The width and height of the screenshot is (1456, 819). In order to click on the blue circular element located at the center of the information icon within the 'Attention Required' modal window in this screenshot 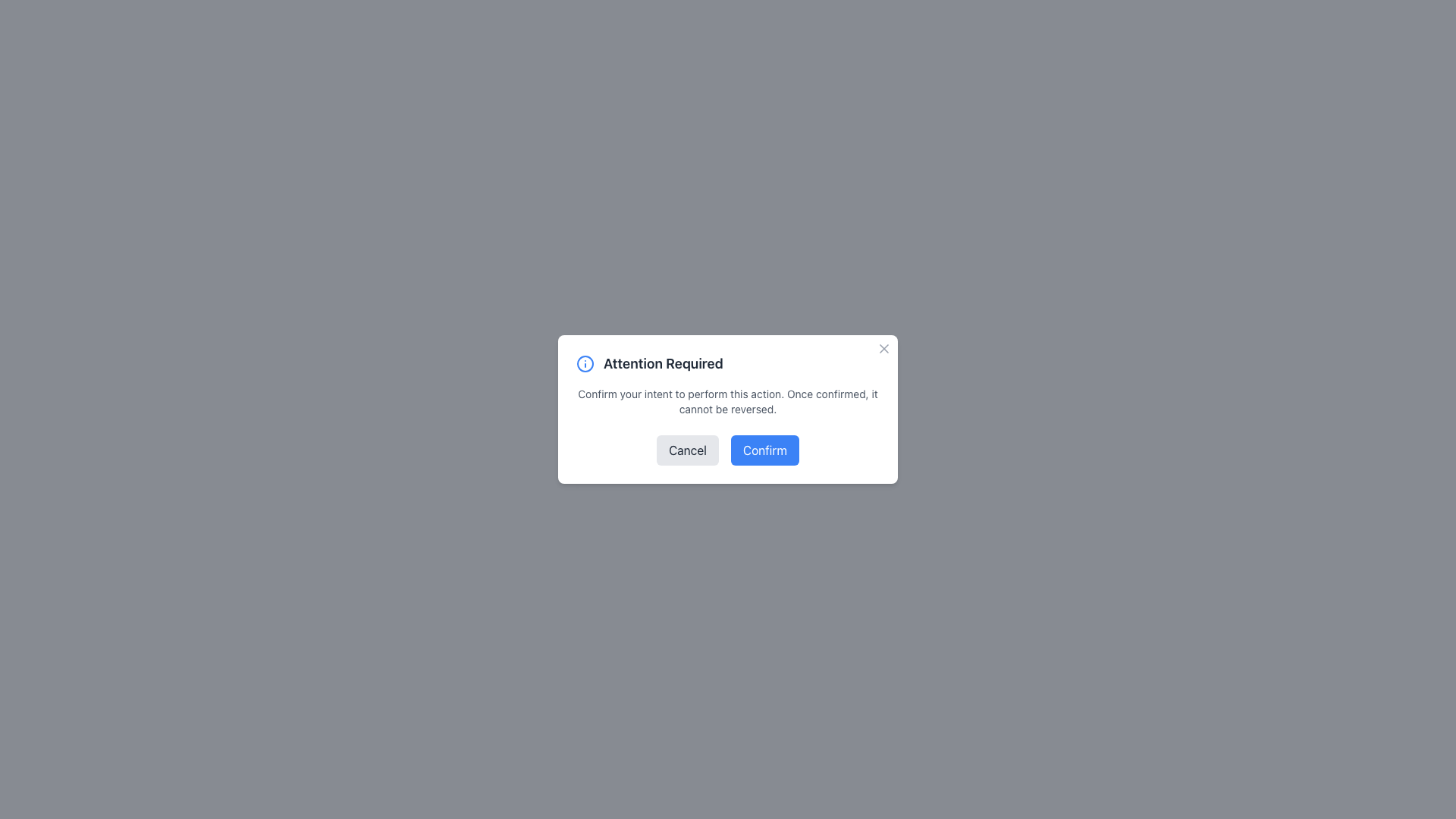, I will do `click(585, 363)`.